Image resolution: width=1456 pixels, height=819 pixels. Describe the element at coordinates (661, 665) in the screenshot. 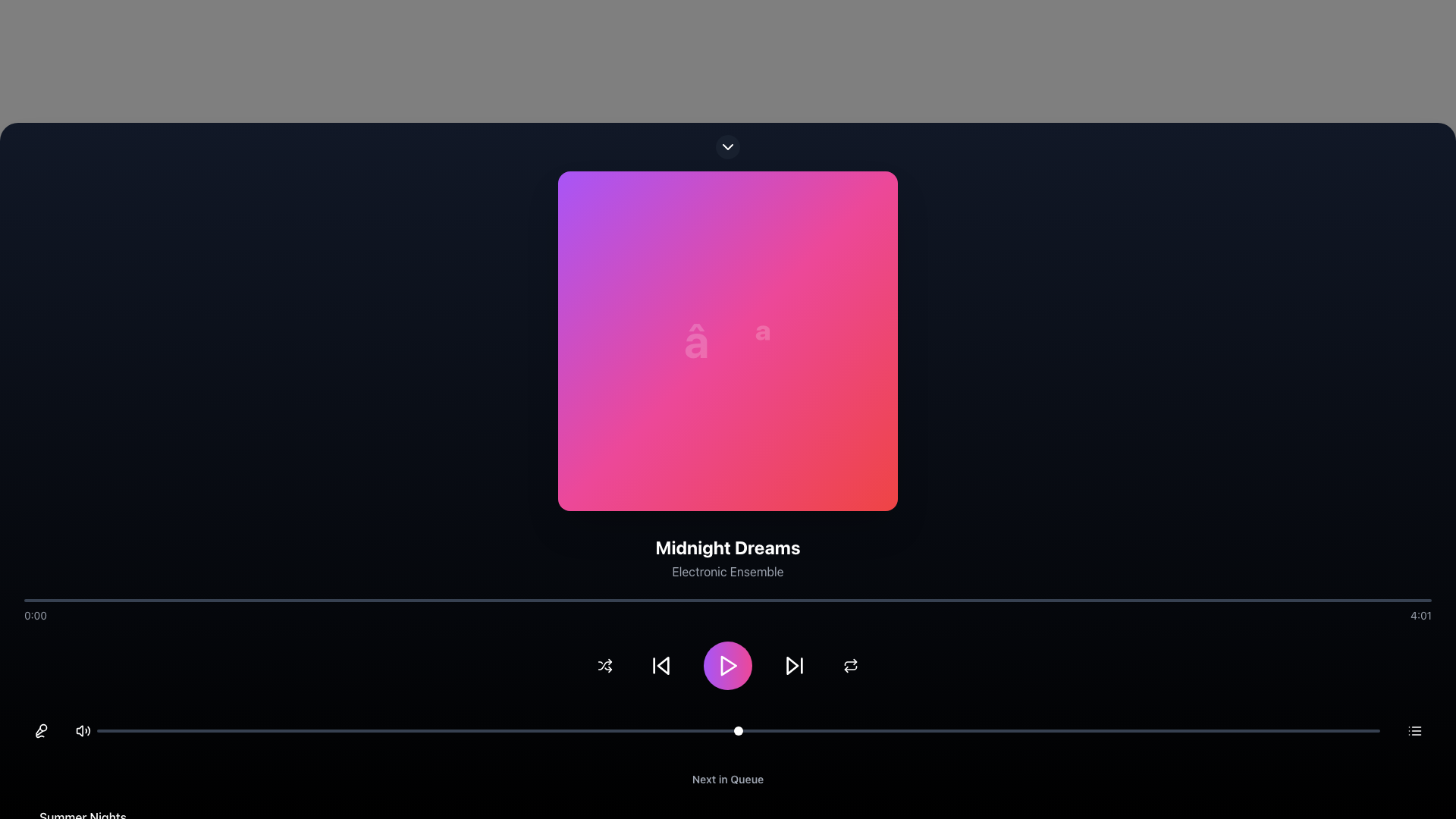

I see `the skip back button located in the bottom control section, second from the left` at that location.